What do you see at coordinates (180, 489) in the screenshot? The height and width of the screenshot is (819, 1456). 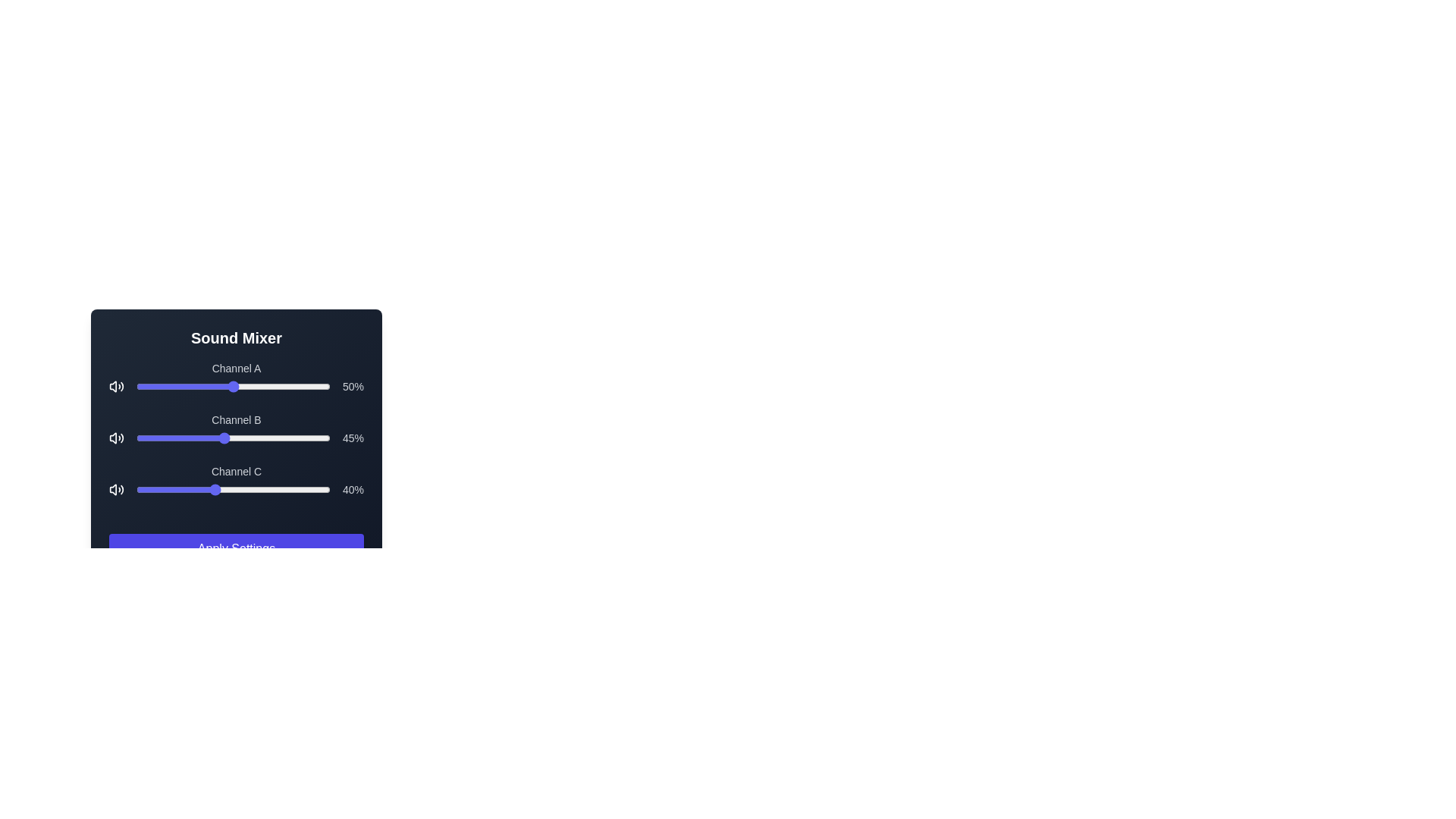 I see `Channel C volume` at bounding box center [180, 489].